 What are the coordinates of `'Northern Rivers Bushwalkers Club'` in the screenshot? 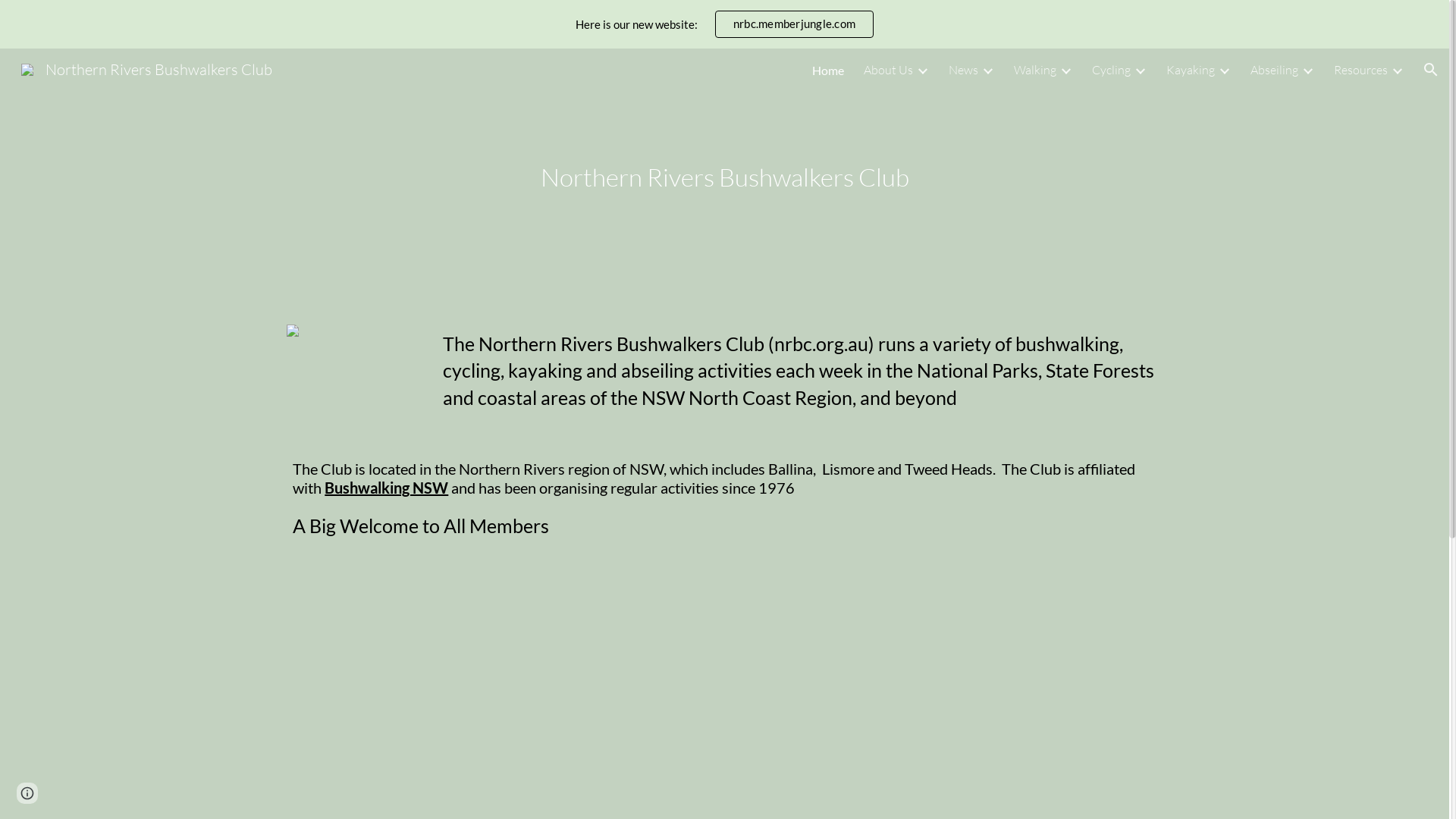 It's located at (146, 67).